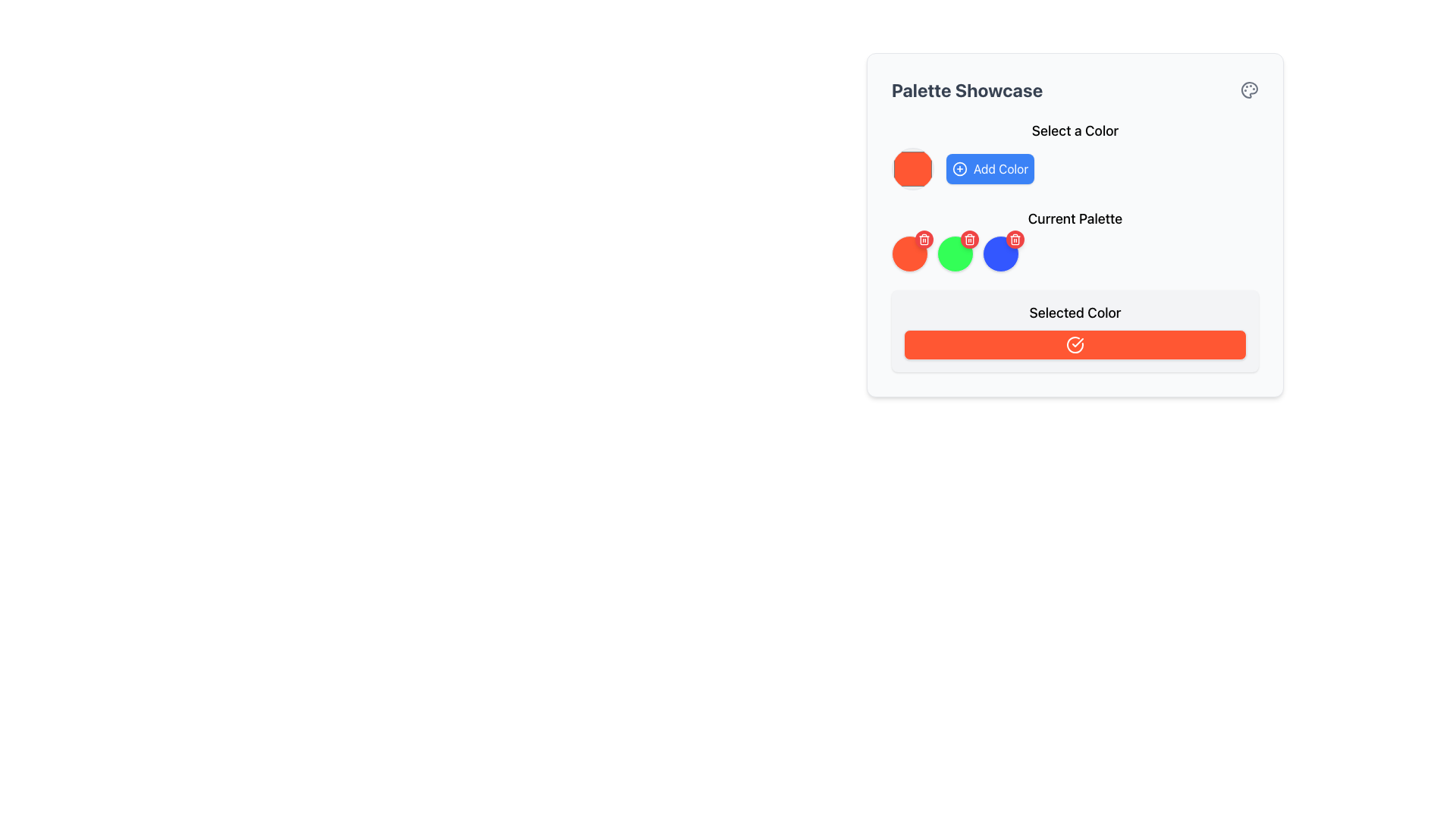 Image resolution: width=1456 pixels, height=819 pixels. I want to click on the delete button located in the top-right corner of the blue circle in the 'Current Palette', so click(1015, 239).